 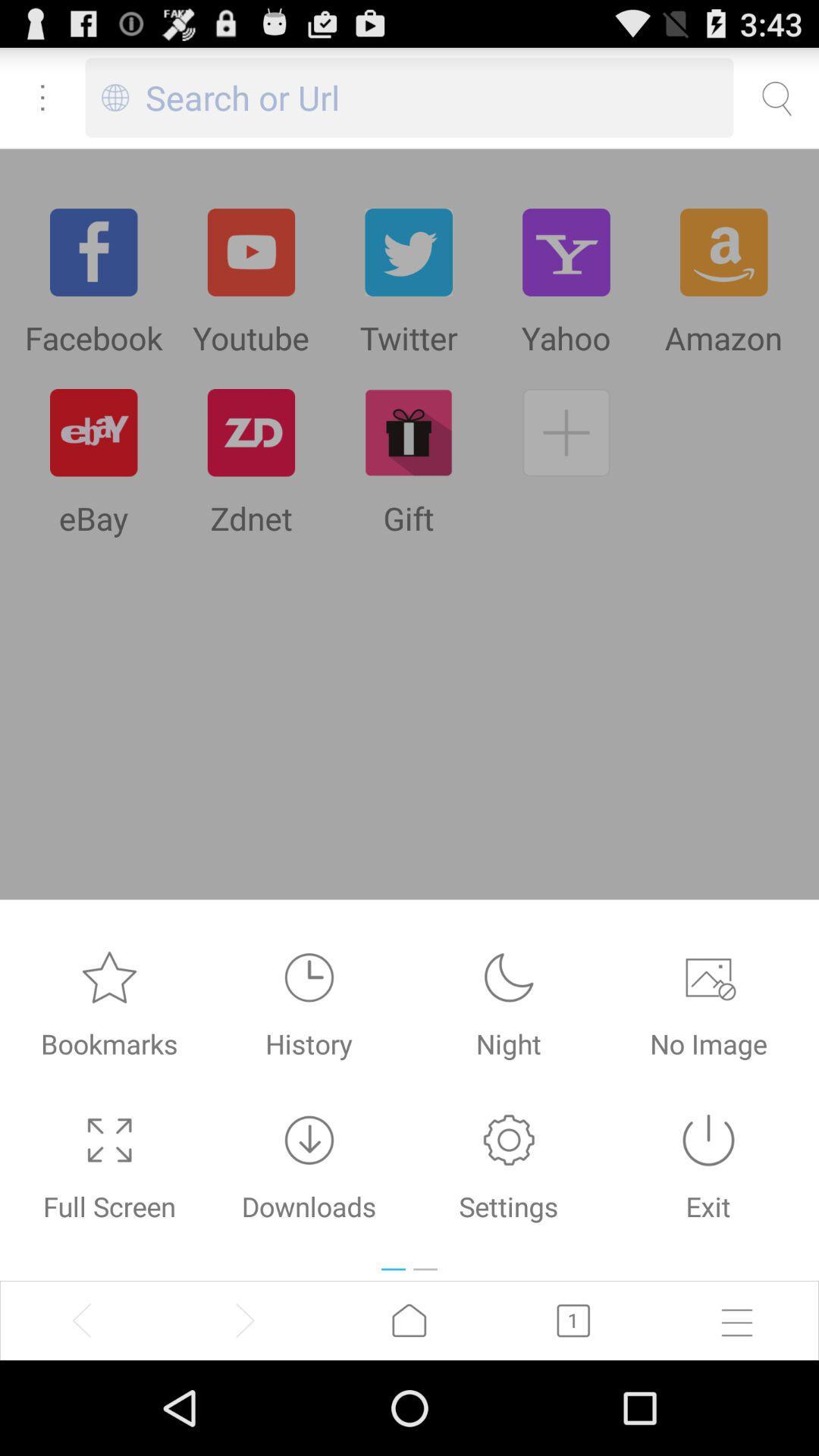 What do you see at coordinates (509, 977) in the screenshot?
I see `the option which is above settings` at bounding box center [509, 977].